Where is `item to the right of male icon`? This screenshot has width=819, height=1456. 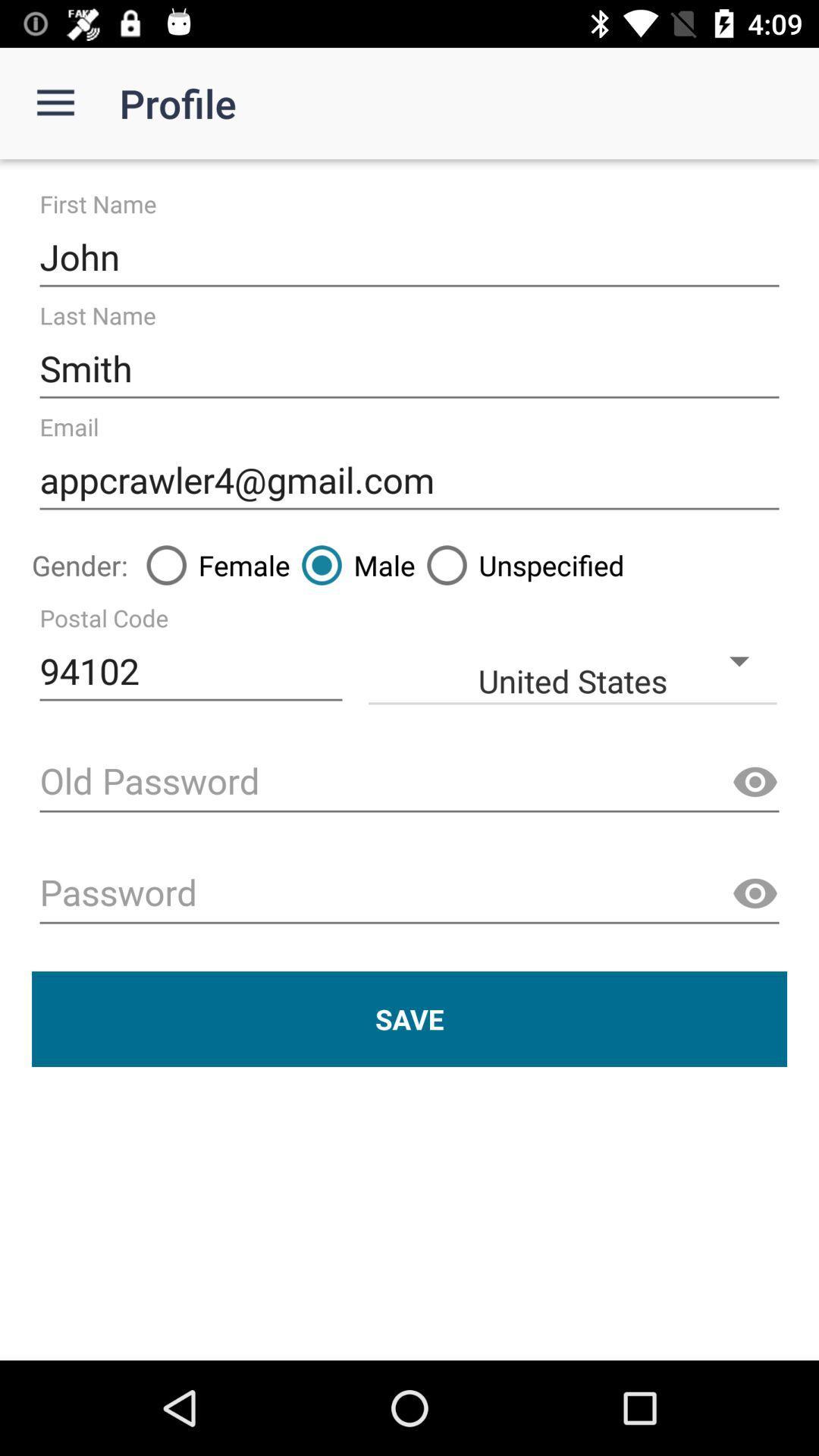 item to the right of male icon is located at coordinates (519, 564).